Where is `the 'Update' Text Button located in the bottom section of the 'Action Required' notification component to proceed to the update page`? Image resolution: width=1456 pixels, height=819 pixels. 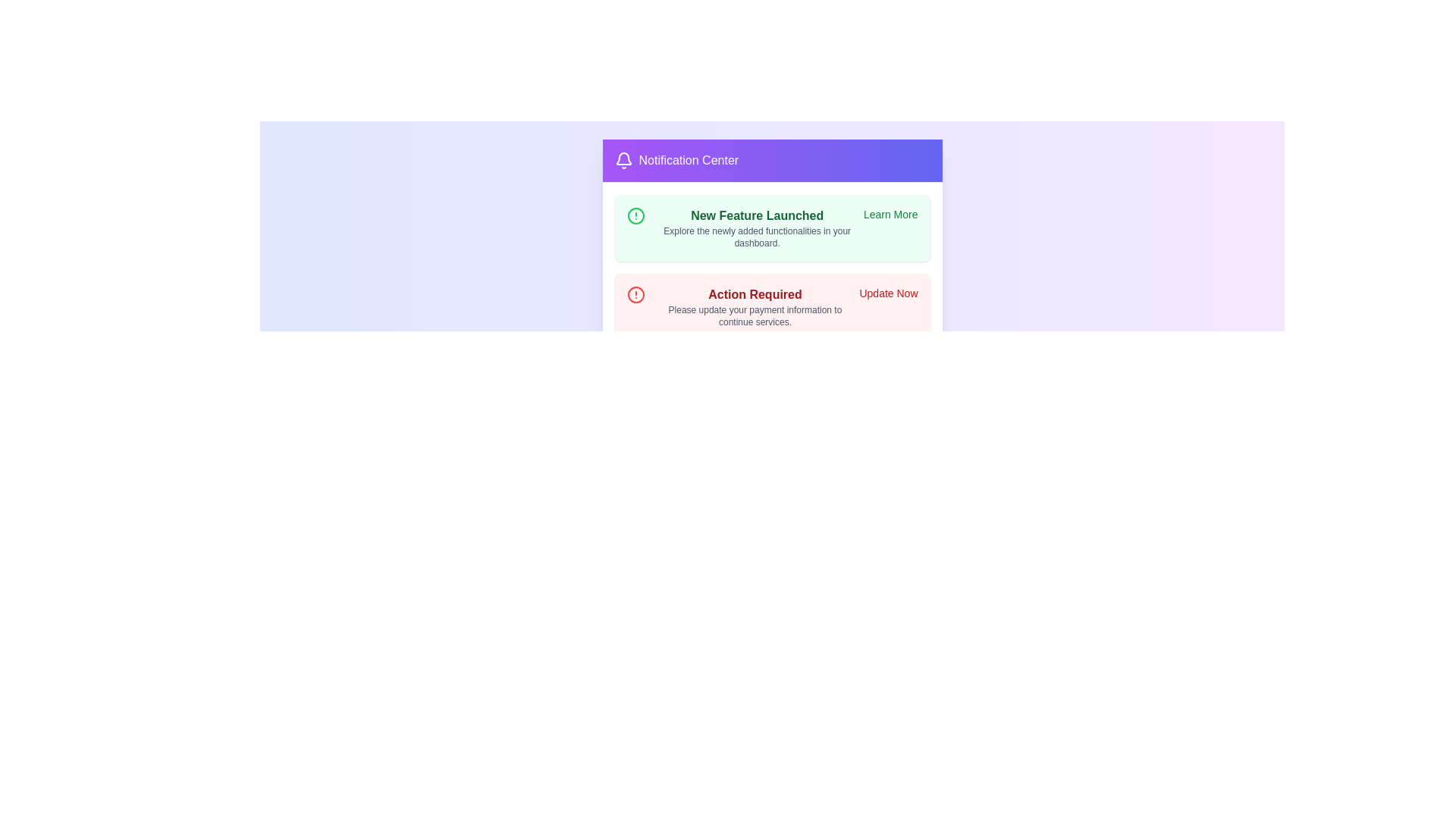 the 'Update' Text Button located in the bottom section of the 'Action Required' notification component to proceed to the update page is located at coordinates (888, 293).